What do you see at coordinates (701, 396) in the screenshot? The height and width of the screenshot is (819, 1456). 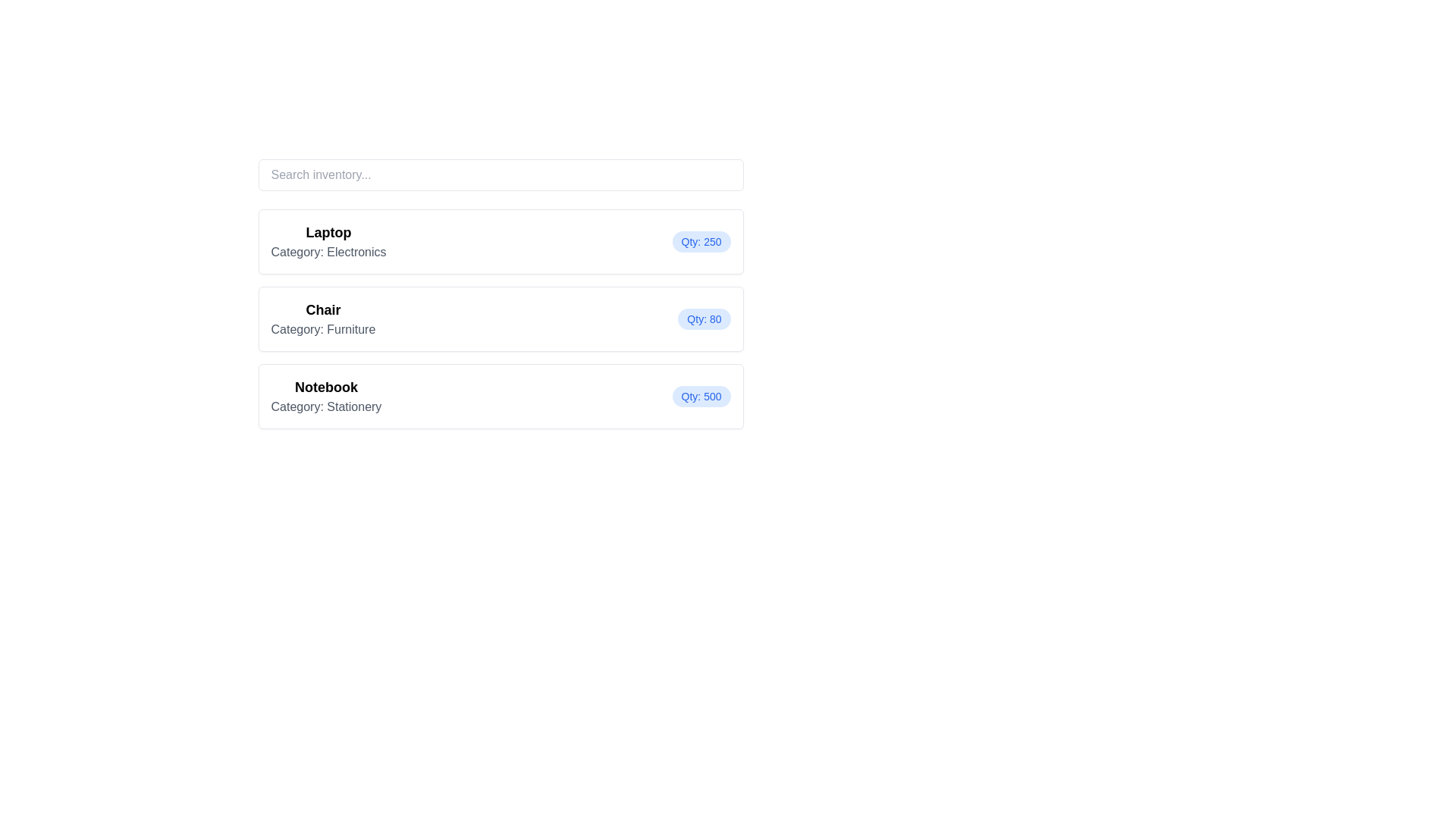 I see `the non-interactive label that indicates the quantity available for the 'Notebook' item, positioned to the right of the 'Notebook' title and vertically centered with the description 'Category: Stationery'` at bounding box center [701, 396].